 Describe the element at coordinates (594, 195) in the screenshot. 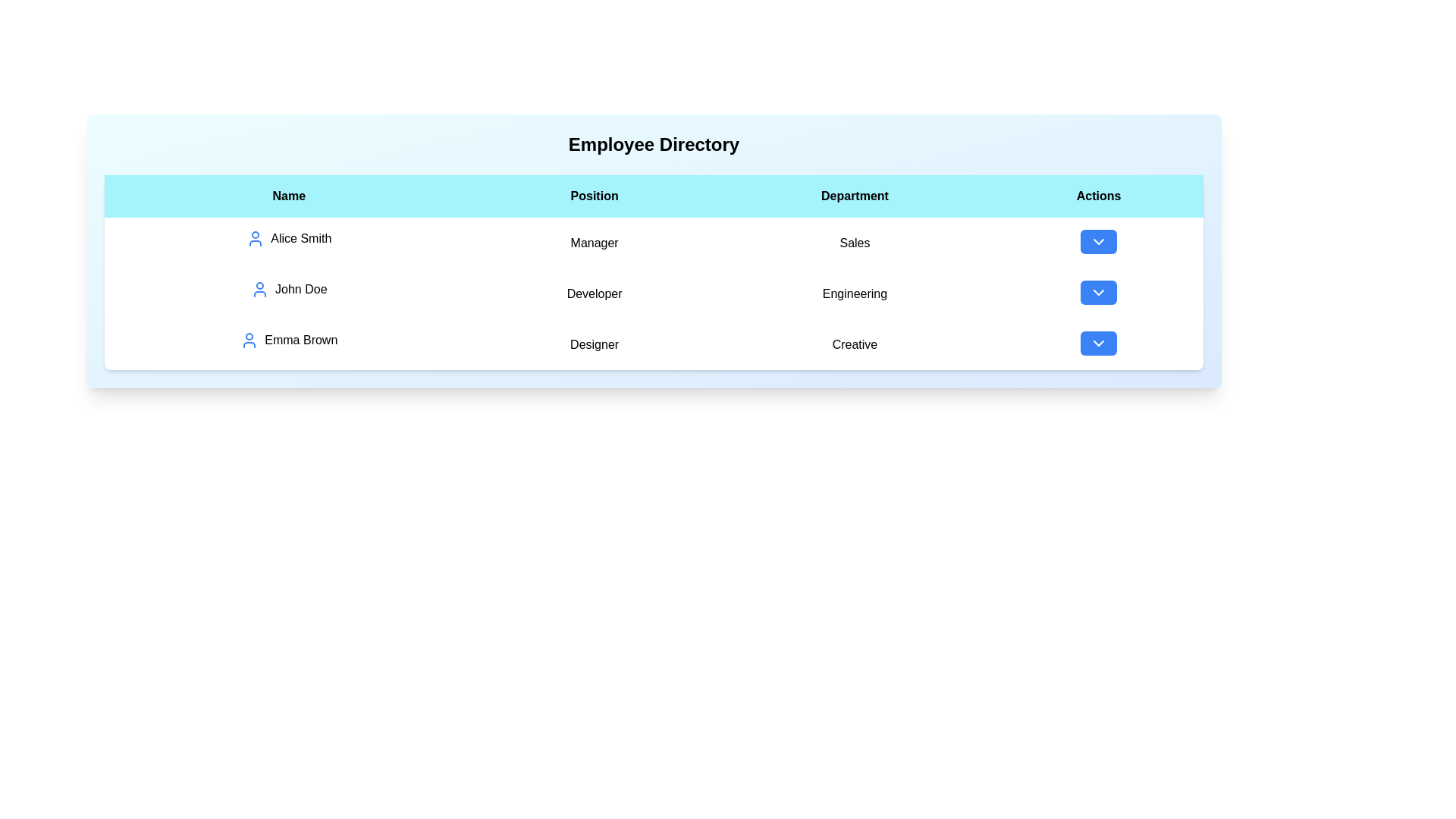

I see `the 'Position' column header in the table that indicates the type of data displayed in the cells below` at that location.